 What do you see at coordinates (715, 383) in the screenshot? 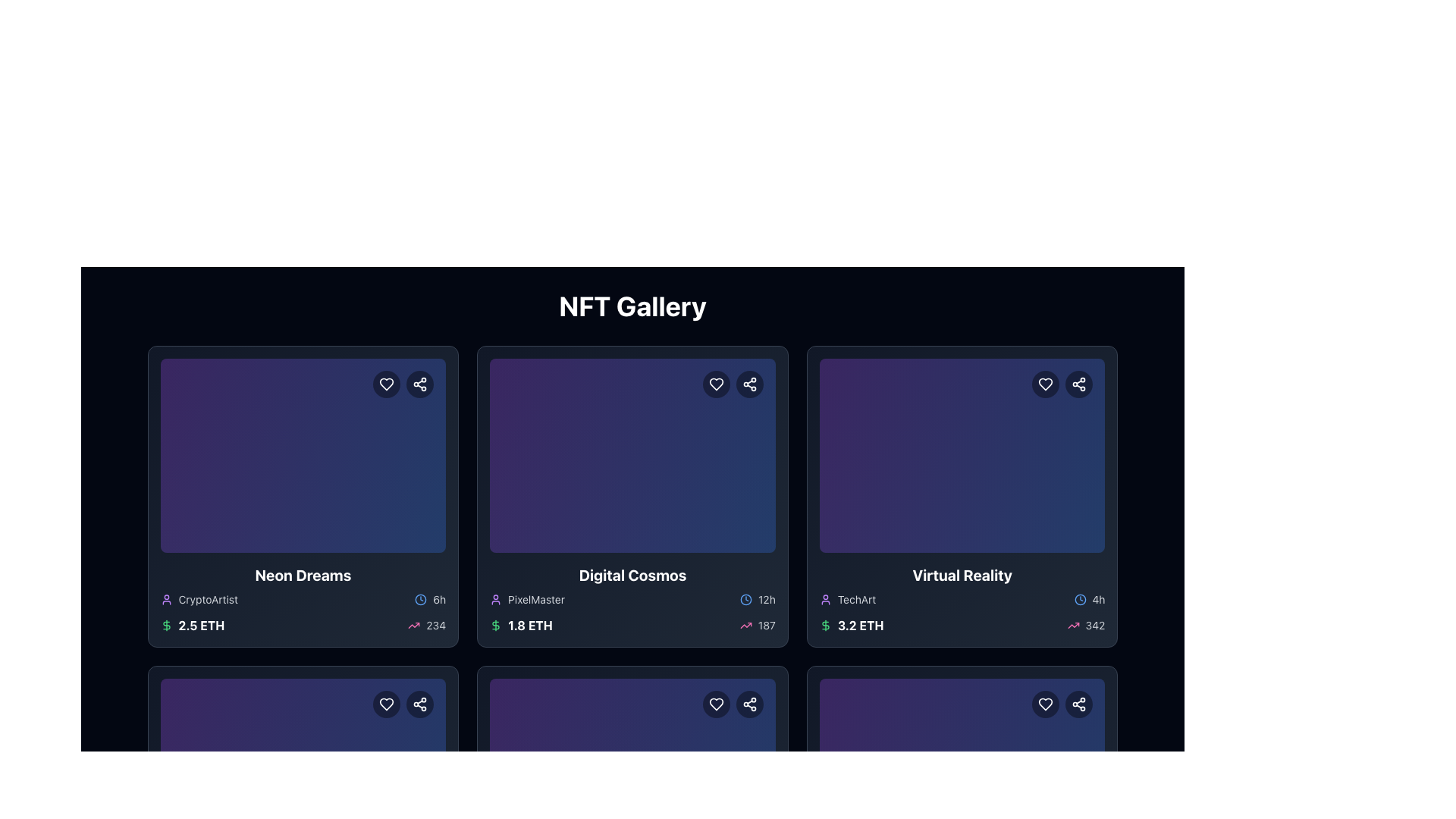
I see `the button located at the top-right of its containing card to mark the item as favorite` at bounding box center [715, 383].